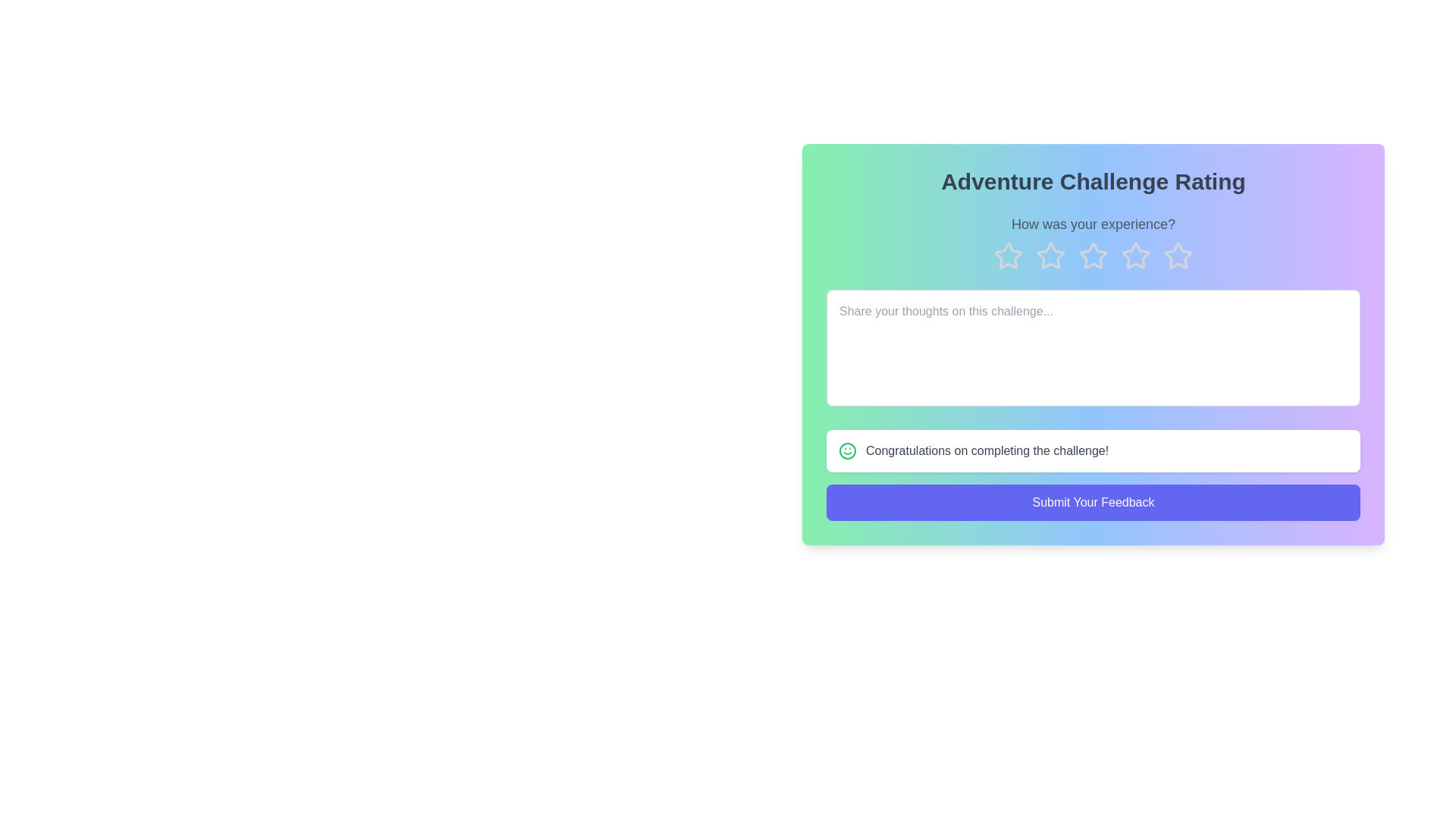 The image size is (1456, 819). I want to click on the centrally positioned Text label that prompts the user for feedback, located directly below the title 'Adventure Challenge Rating', so click(1093, 224).